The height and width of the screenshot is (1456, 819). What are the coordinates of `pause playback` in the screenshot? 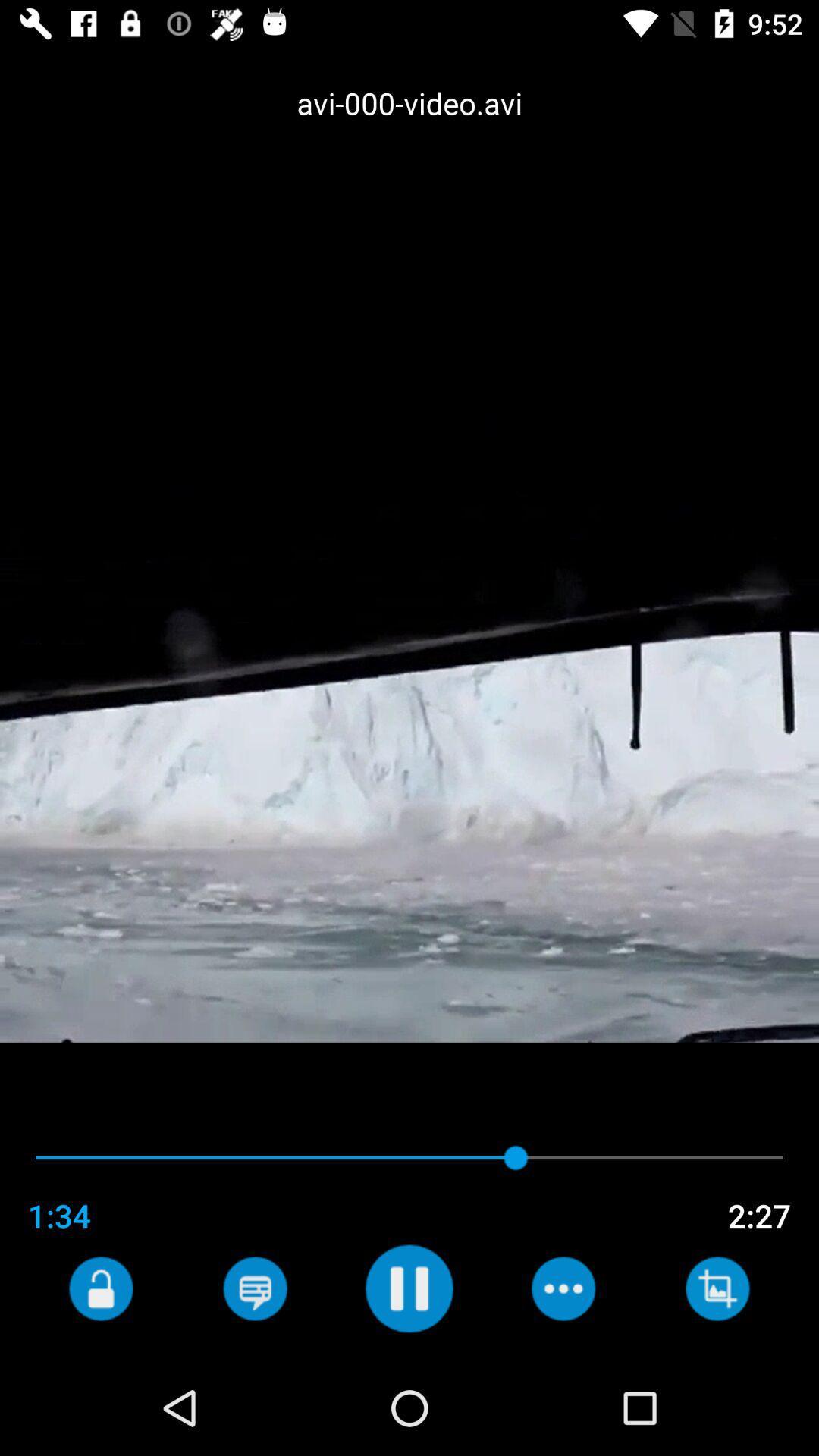 It's located at (408, 1288).